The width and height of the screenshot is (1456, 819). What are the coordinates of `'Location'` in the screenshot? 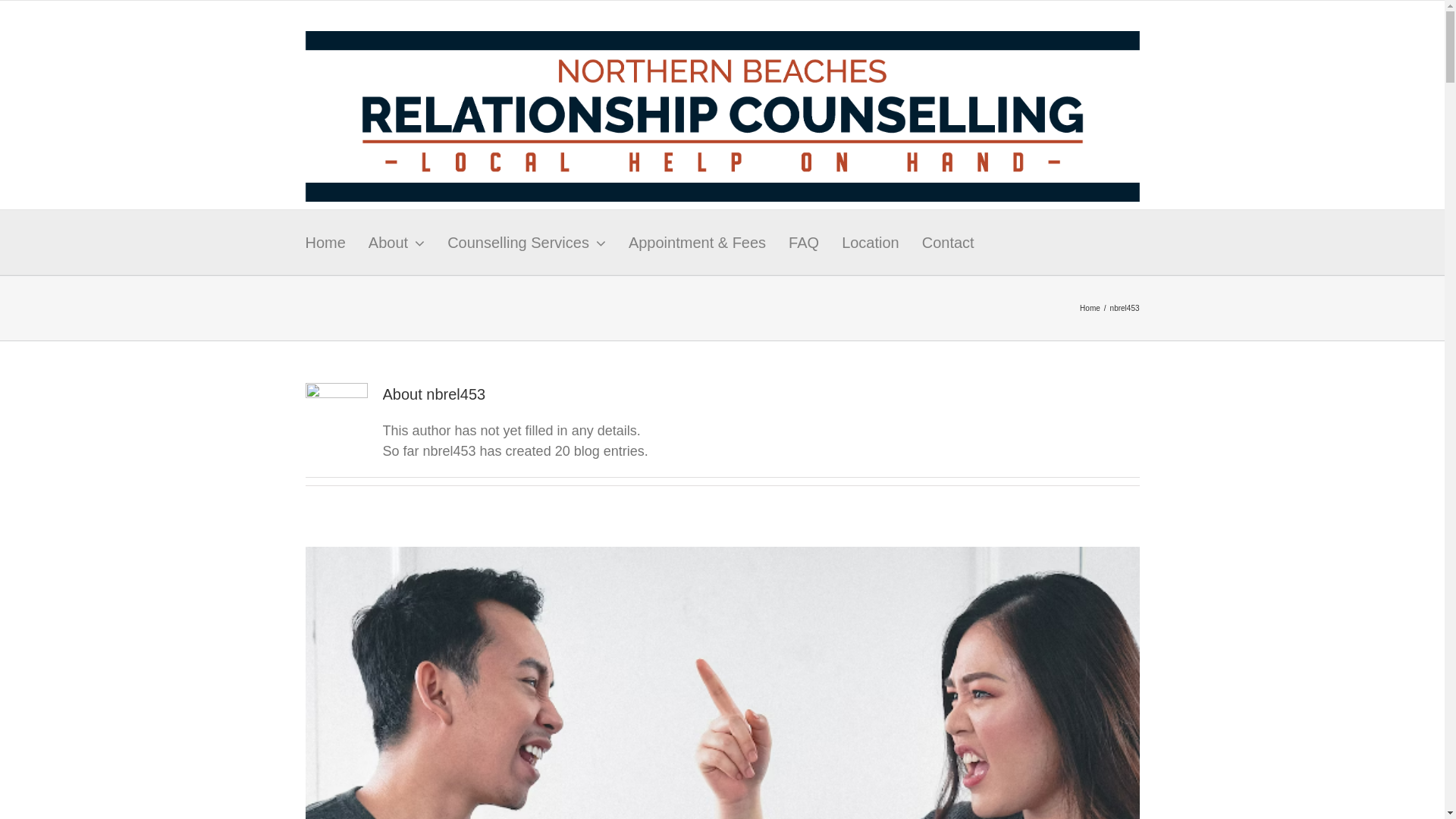 It's located at (840, 241).